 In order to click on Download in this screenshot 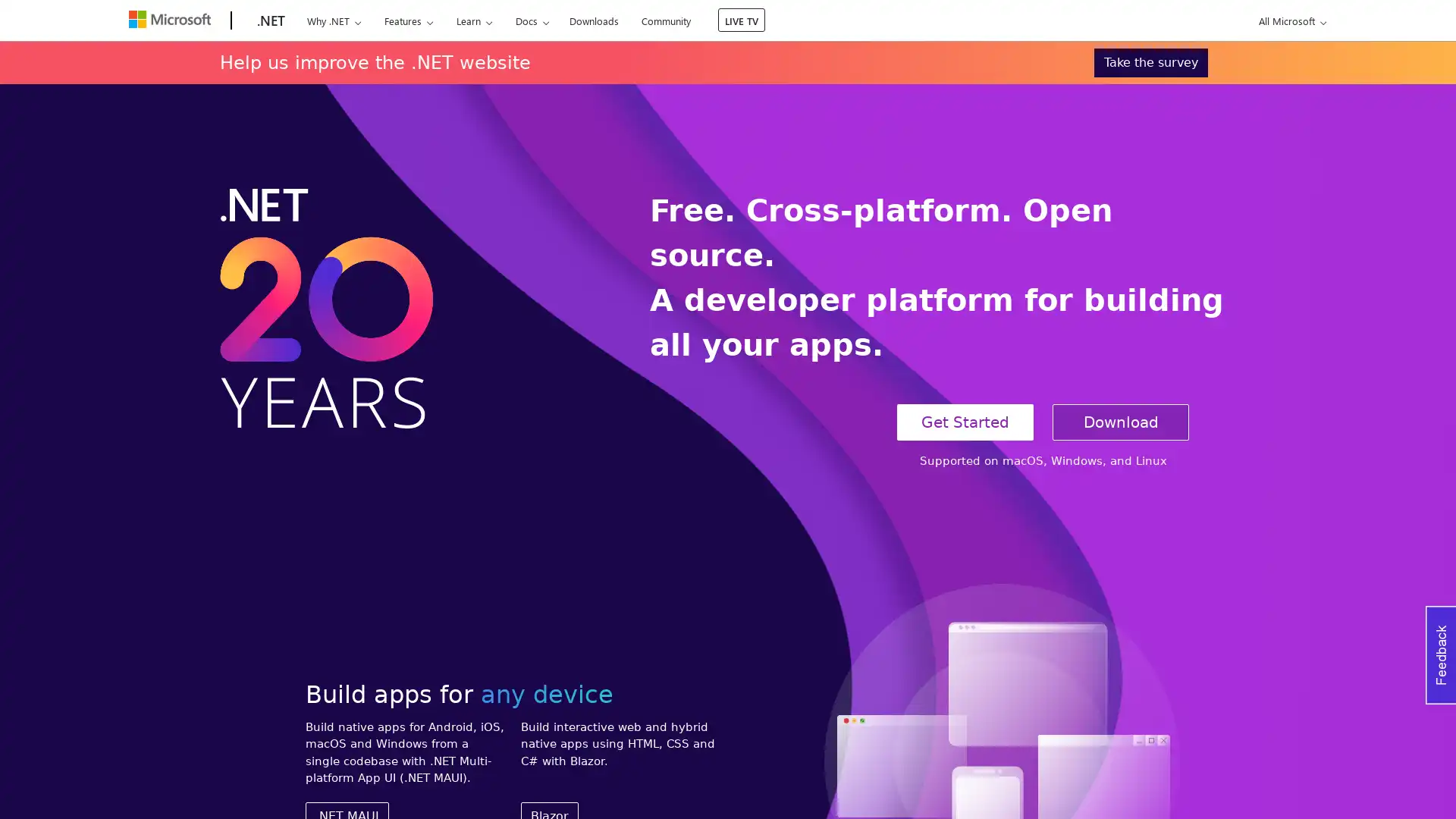, I will do `click(1121, 422)`.